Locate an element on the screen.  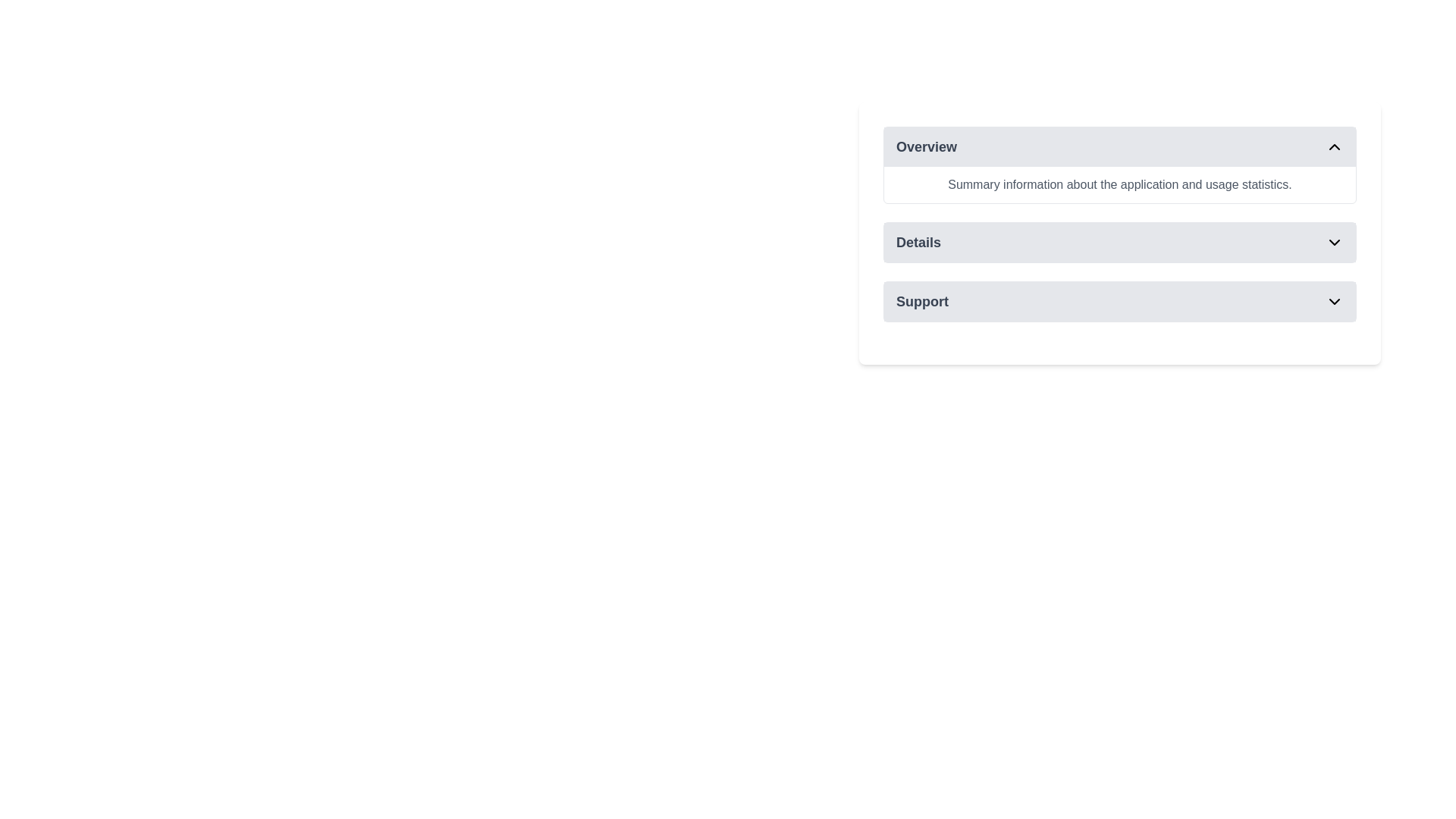
the Text Label located directly beneath the 'Overview' section header, which provides additional context or information about the section is located at coordinates (1120, 184).